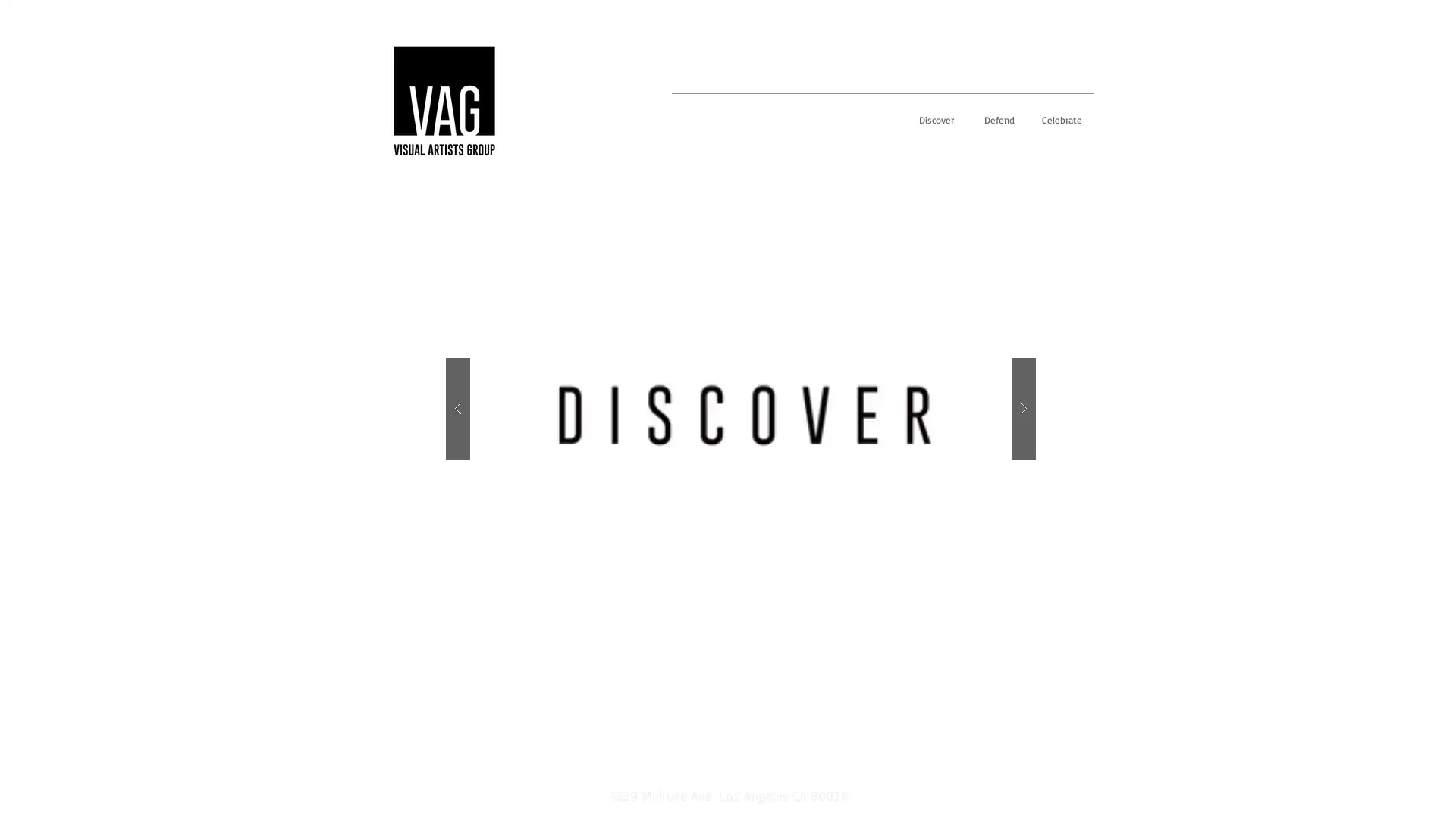  Describe the element at coordinates (457, 408) in the screenshot. I see `previous` at that location.